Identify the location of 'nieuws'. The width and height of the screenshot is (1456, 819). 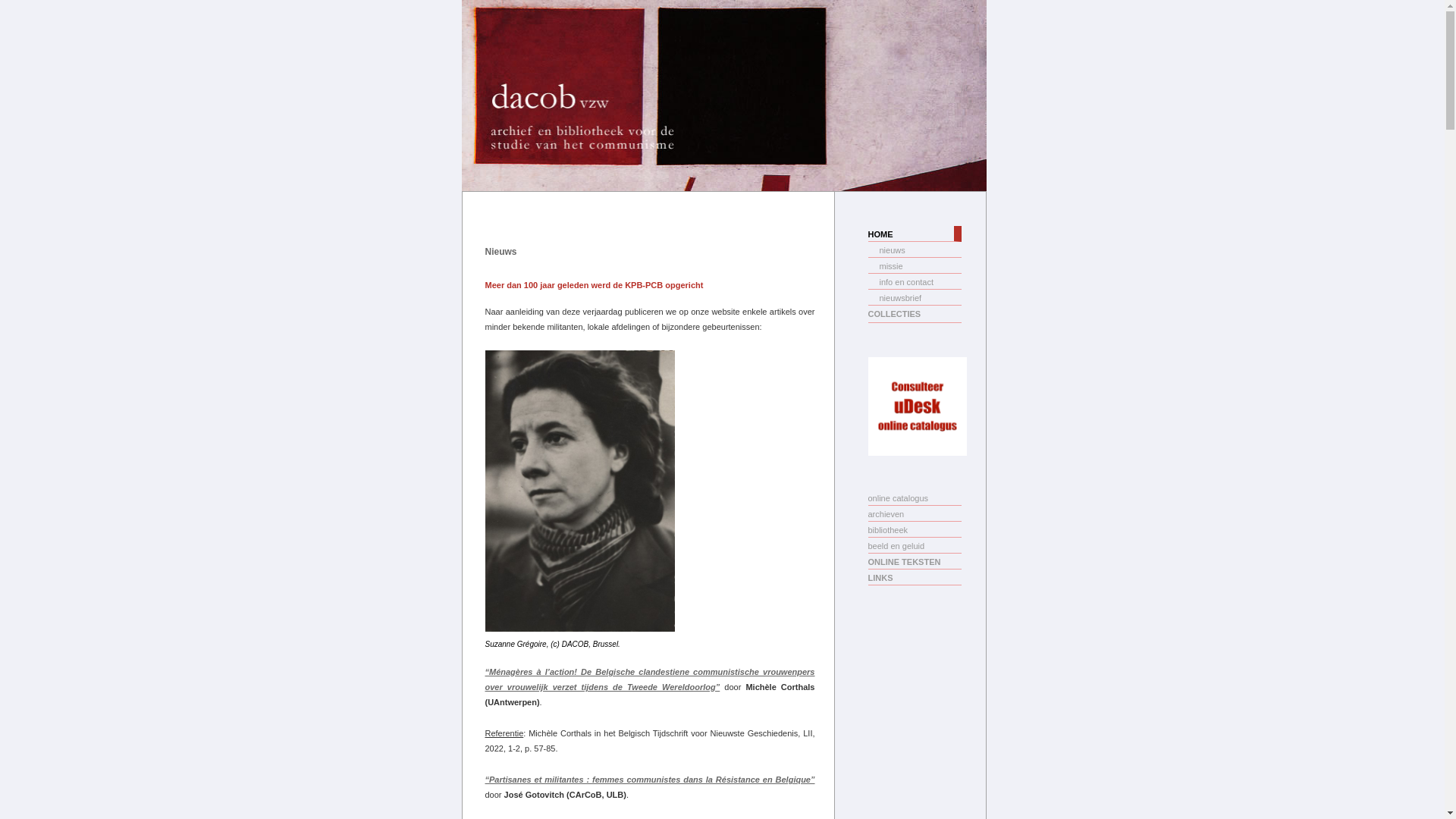
(913, 249).